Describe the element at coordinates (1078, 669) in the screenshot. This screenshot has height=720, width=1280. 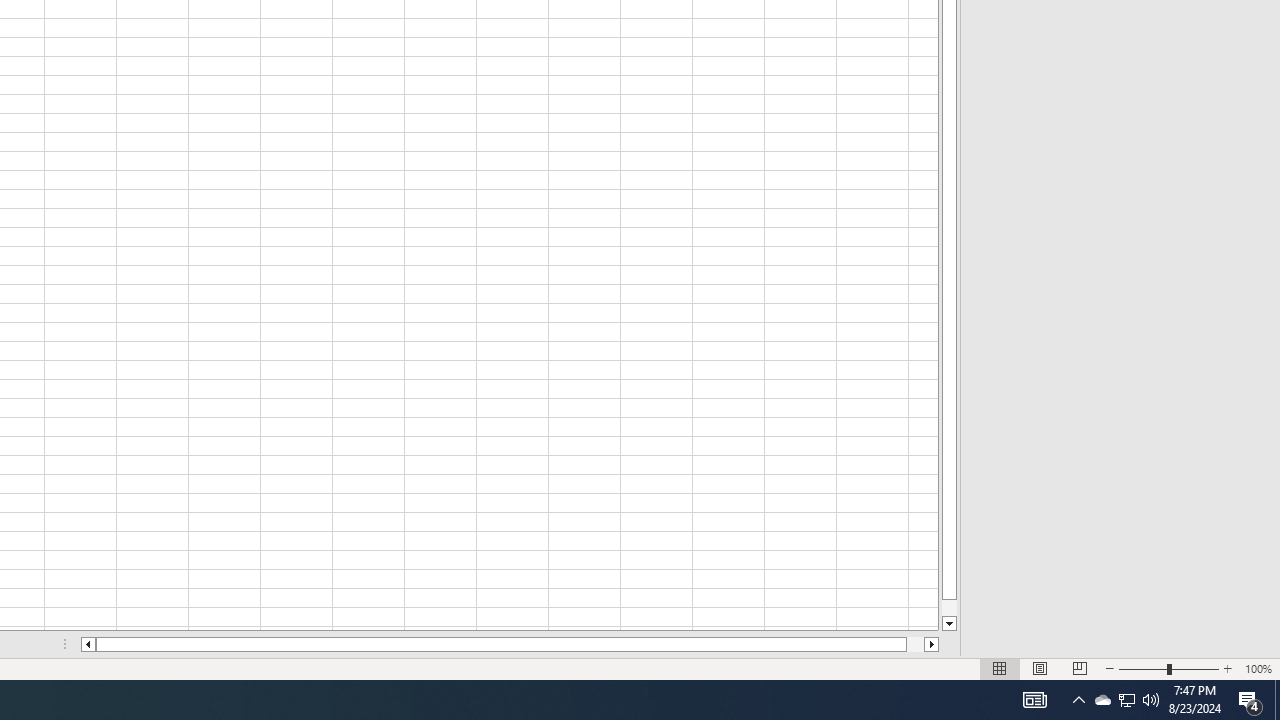
I see `'Page Break Preview'` at that location.